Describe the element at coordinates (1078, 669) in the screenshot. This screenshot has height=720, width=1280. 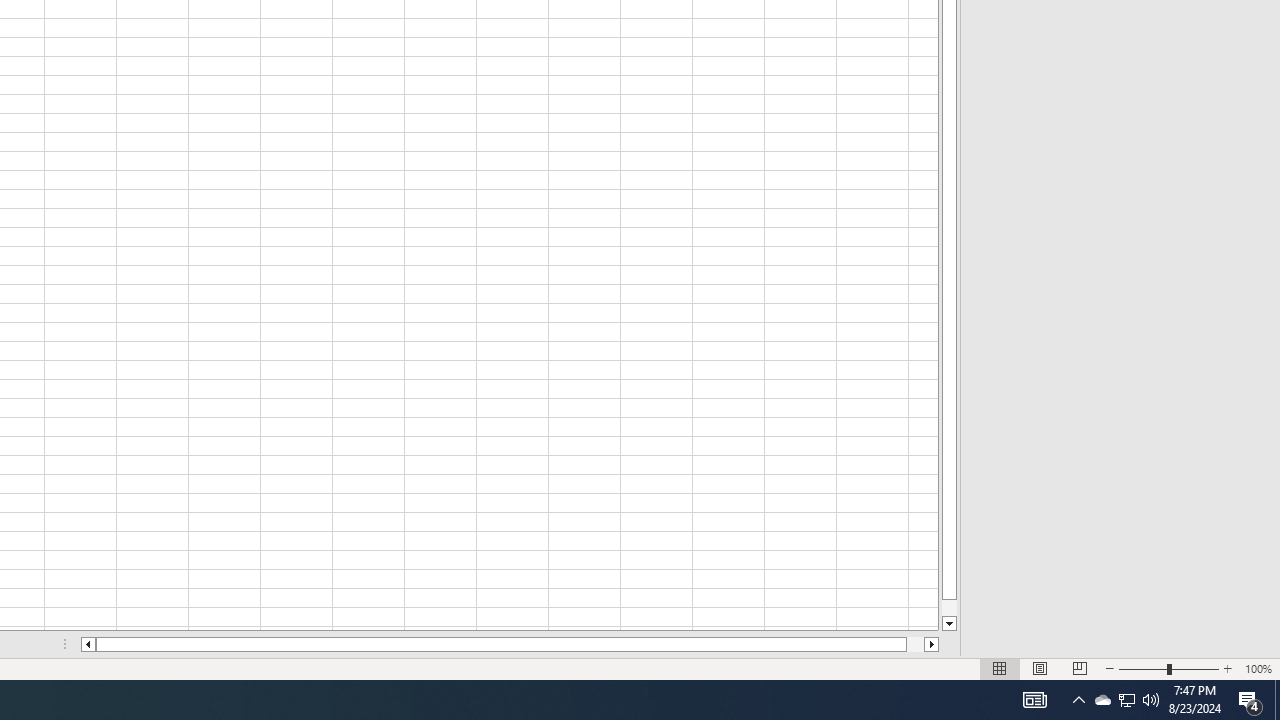
I see `'Page Break Preview'` at that location.